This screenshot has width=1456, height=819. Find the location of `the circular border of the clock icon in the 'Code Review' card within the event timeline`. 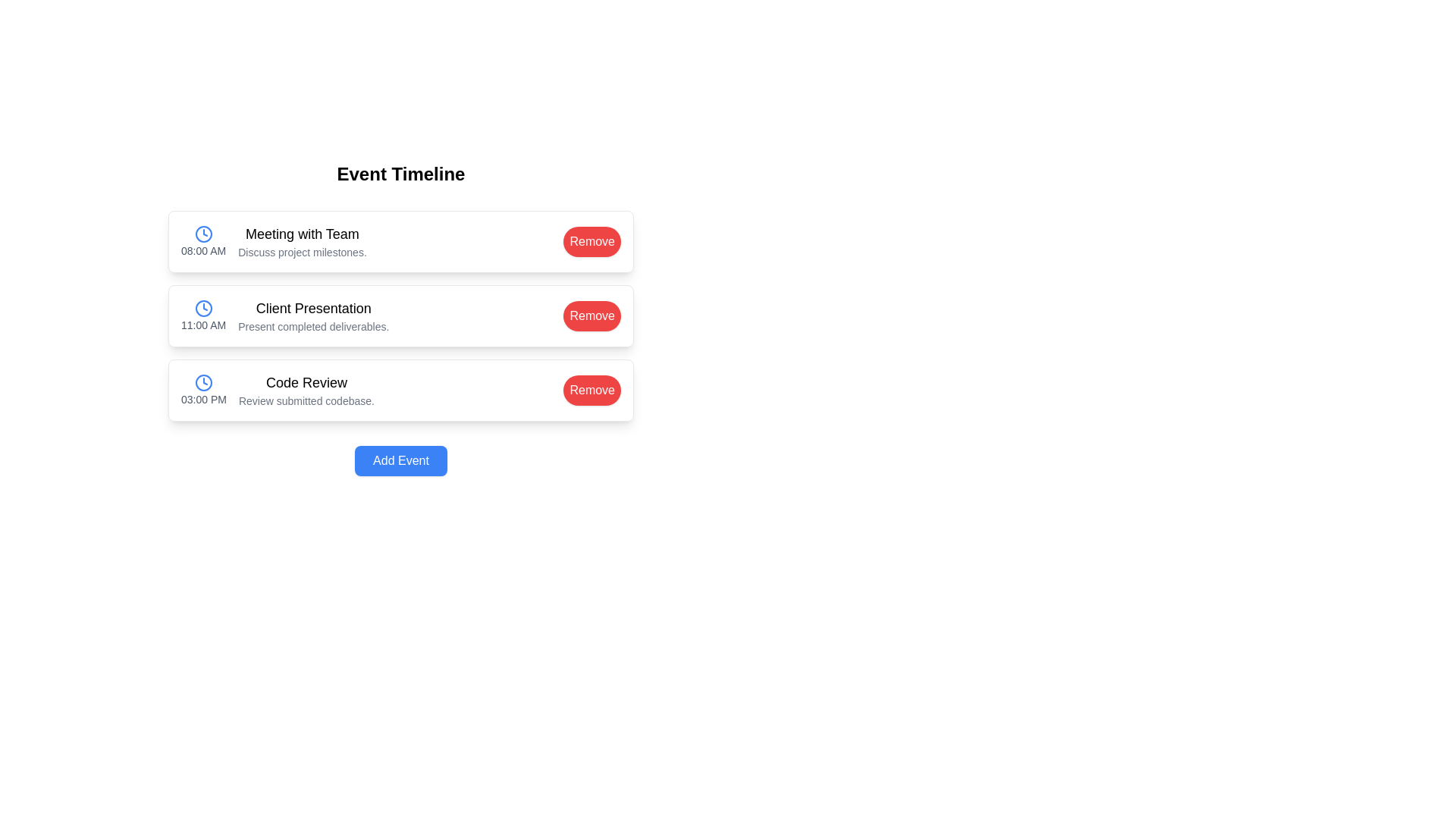

the circular border of the clock icon in the 'Code Review' card within the event timeline is located at coordinates (202, 382).